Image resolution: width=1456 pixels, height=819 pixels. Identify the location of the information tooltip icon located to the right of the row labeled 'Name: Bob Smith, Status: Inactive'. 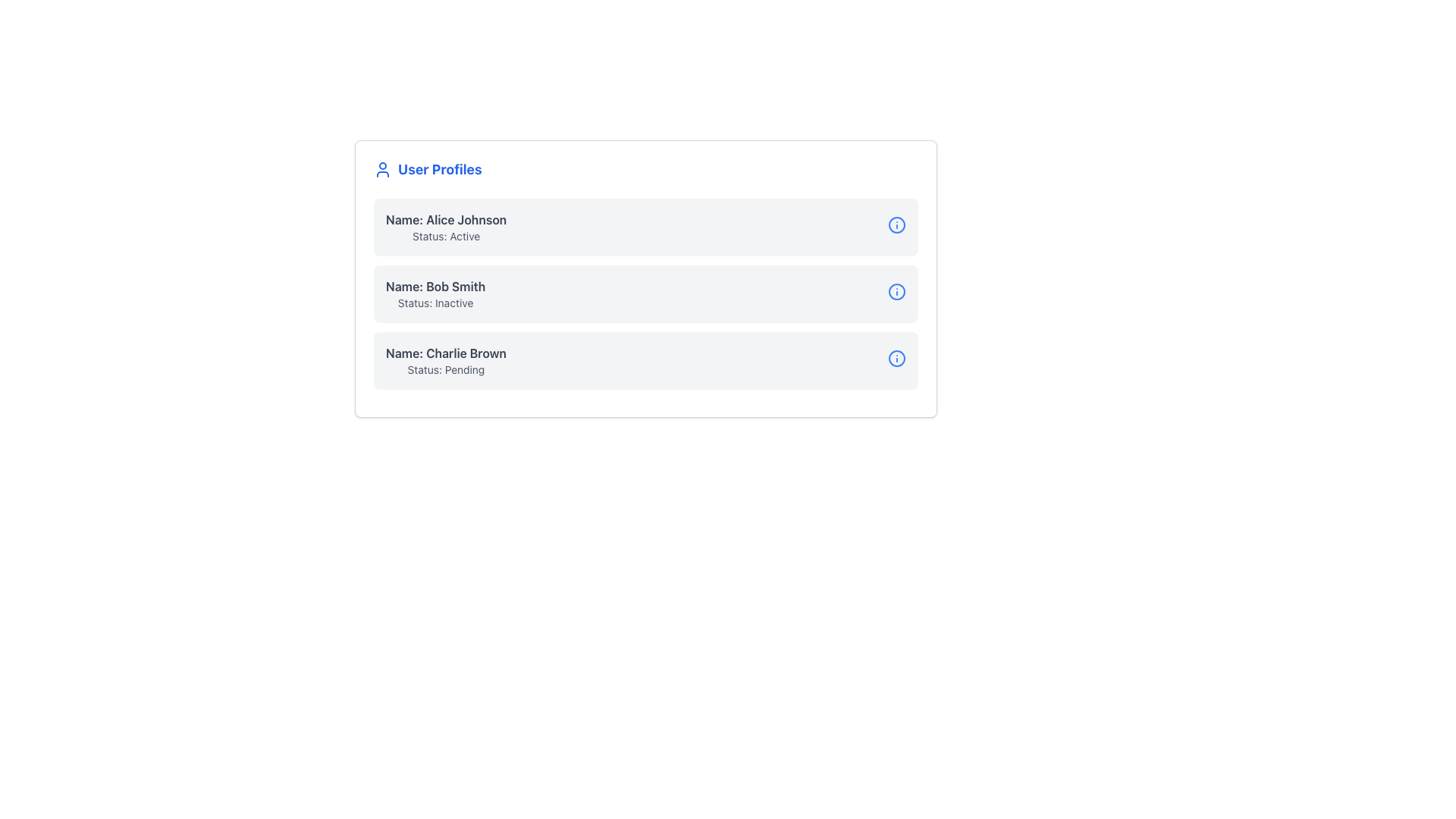
(896, 292).